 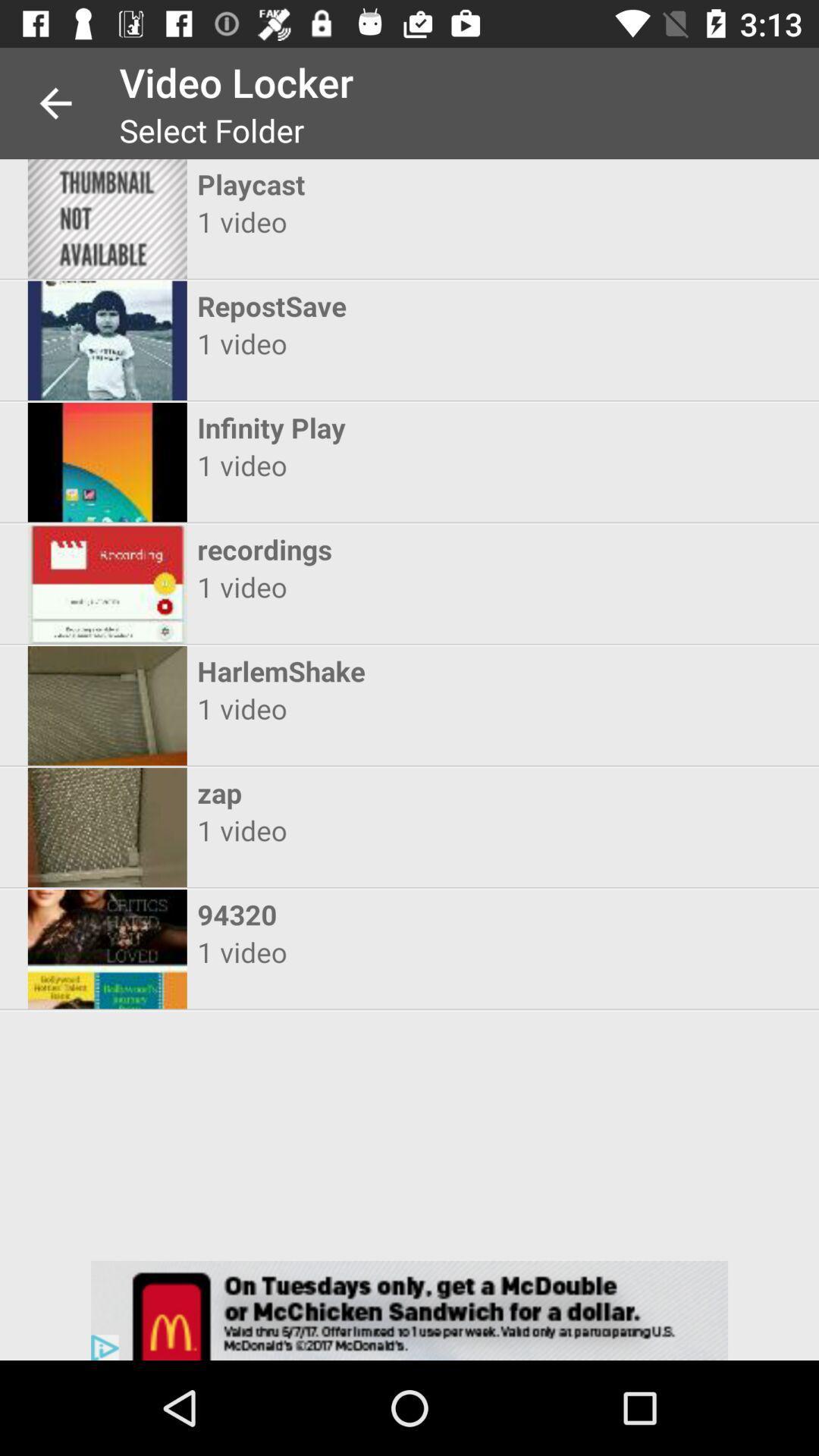 What do you see at coordinates (409, 1310) in the screenshot?
I see `just an add space` at bounding box center [409, 1310].